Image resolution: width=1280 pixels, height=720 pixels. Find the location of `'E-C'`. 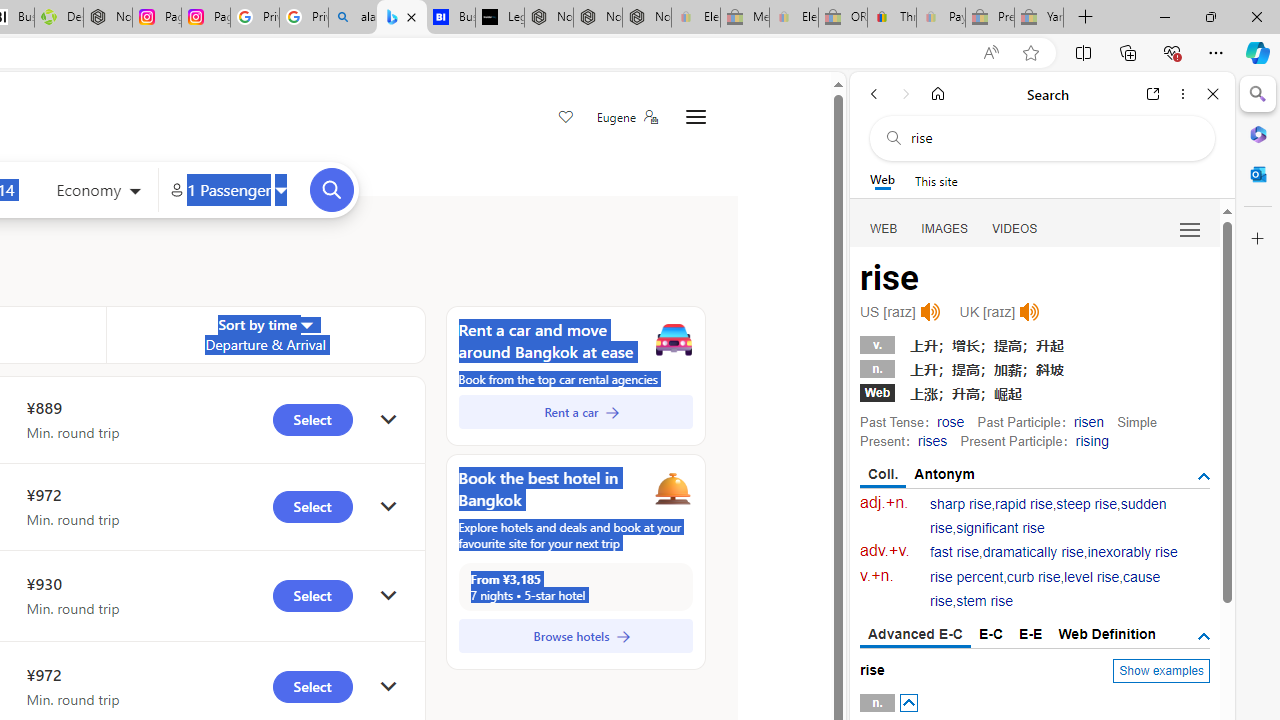

'E-C' is located at coordinates (991, 633).